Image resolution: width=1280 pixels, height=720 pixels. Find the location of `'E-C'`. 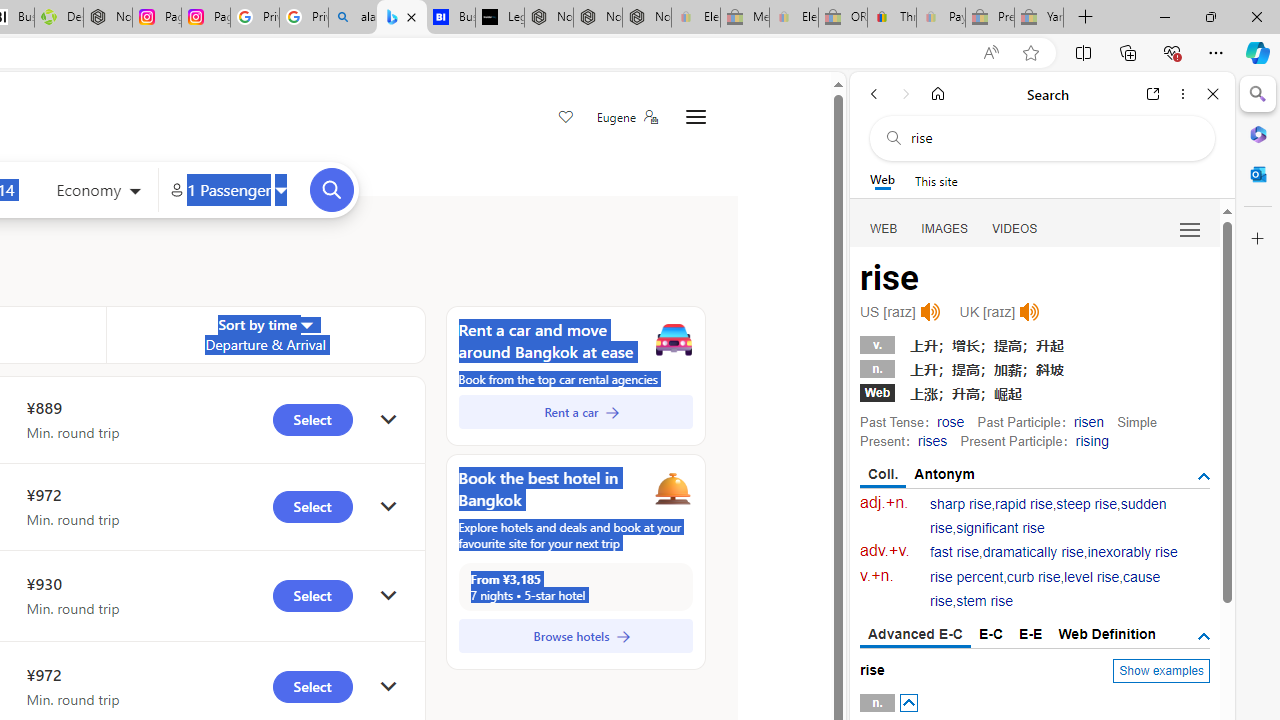

'E-C' is located at coordinates (991, 633).